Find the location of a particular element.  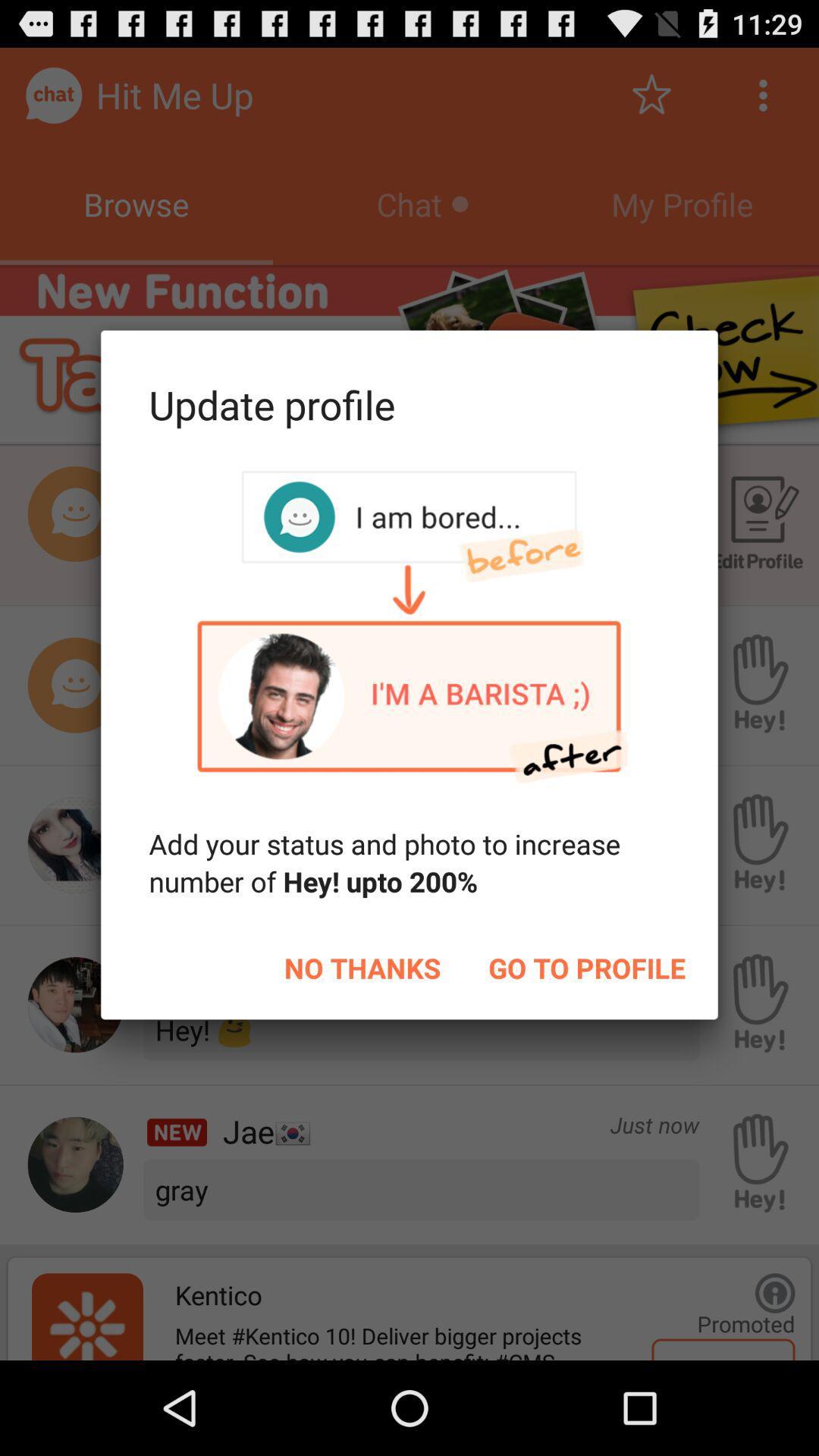

item to the left of go to profile icon is located at coordinates (362, 967).